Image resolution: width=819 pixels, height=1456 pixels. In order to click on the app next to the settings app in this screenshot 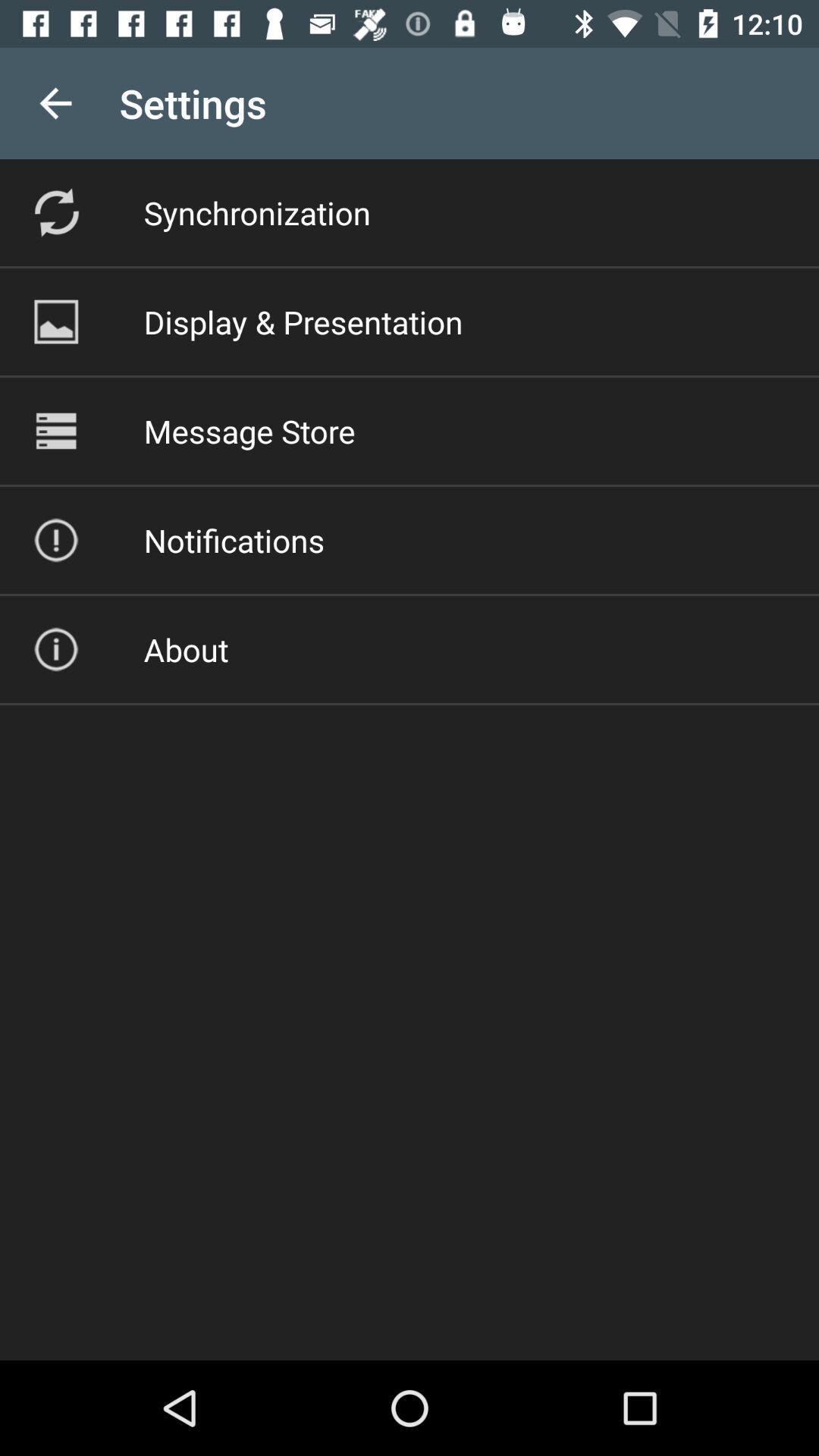, I will do `click(55, 102)`.